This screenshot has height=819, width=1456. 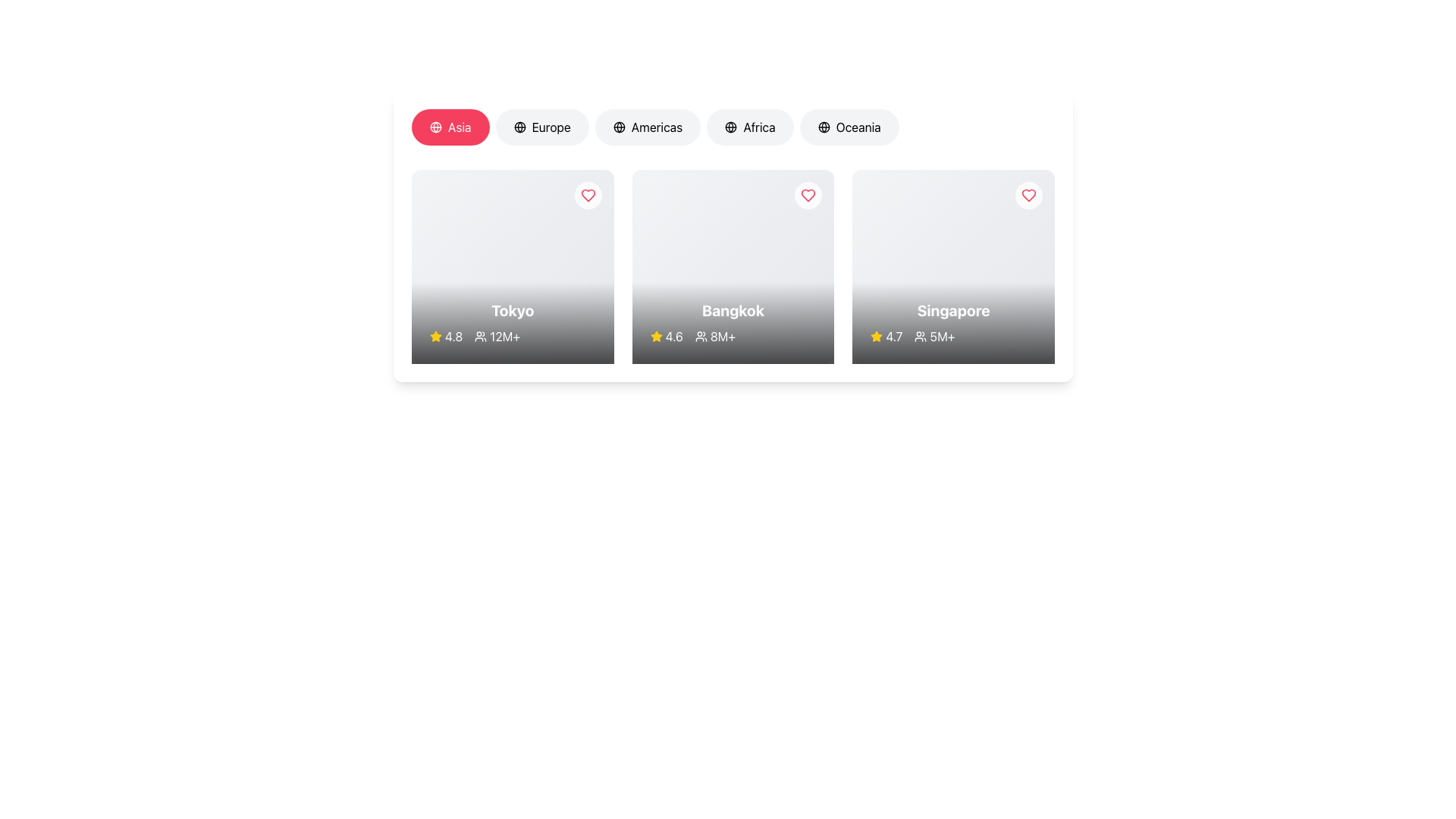 What do you see at coordinates (459, 127) in the screenshot?
I see `the 'Asia' region filter button located in the horizontal navigation bar at the top-left corner of the page` at bounding box center [459, 127].